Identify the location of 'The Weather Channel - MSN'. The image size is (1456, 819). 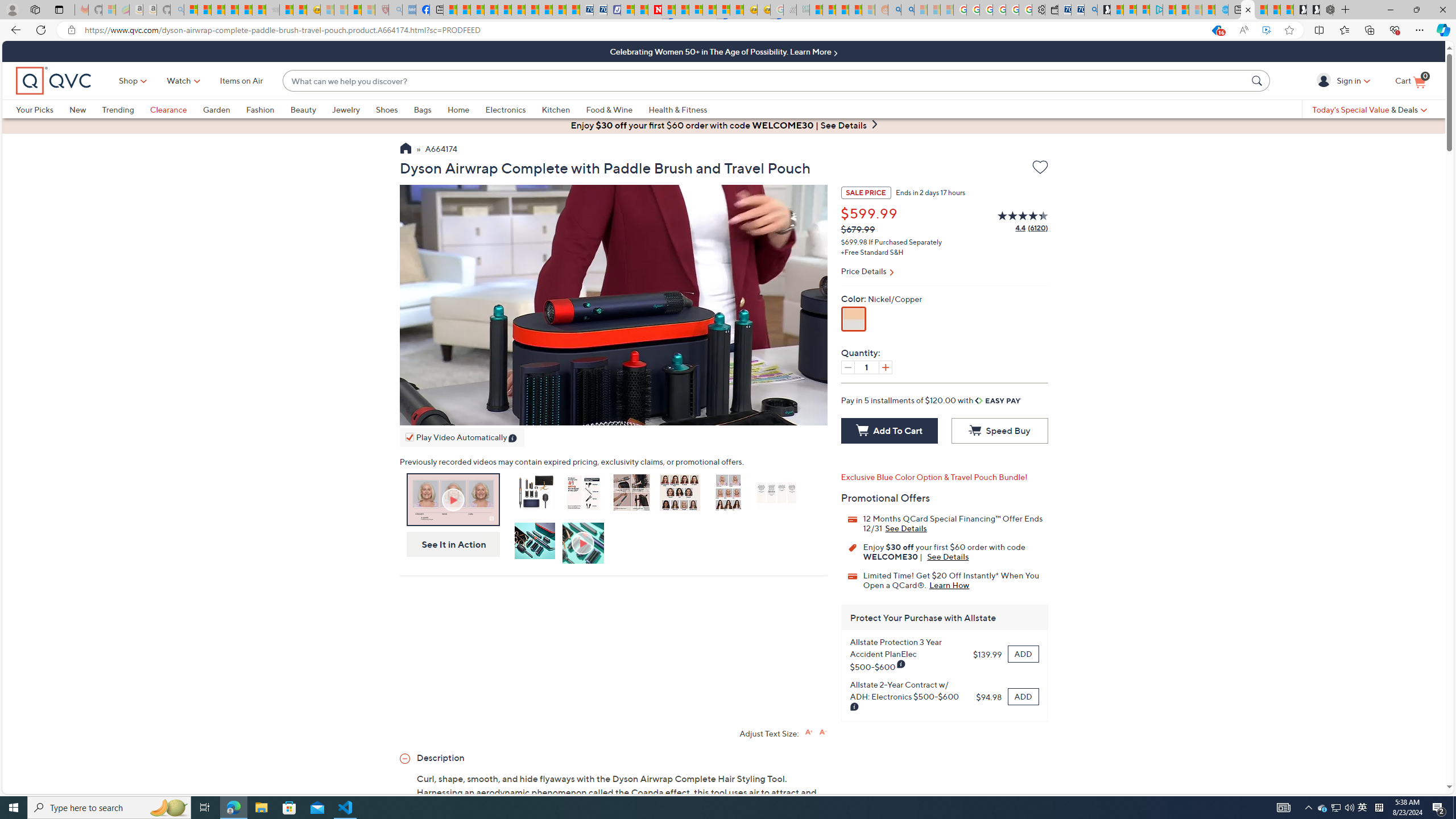
(218, 9).